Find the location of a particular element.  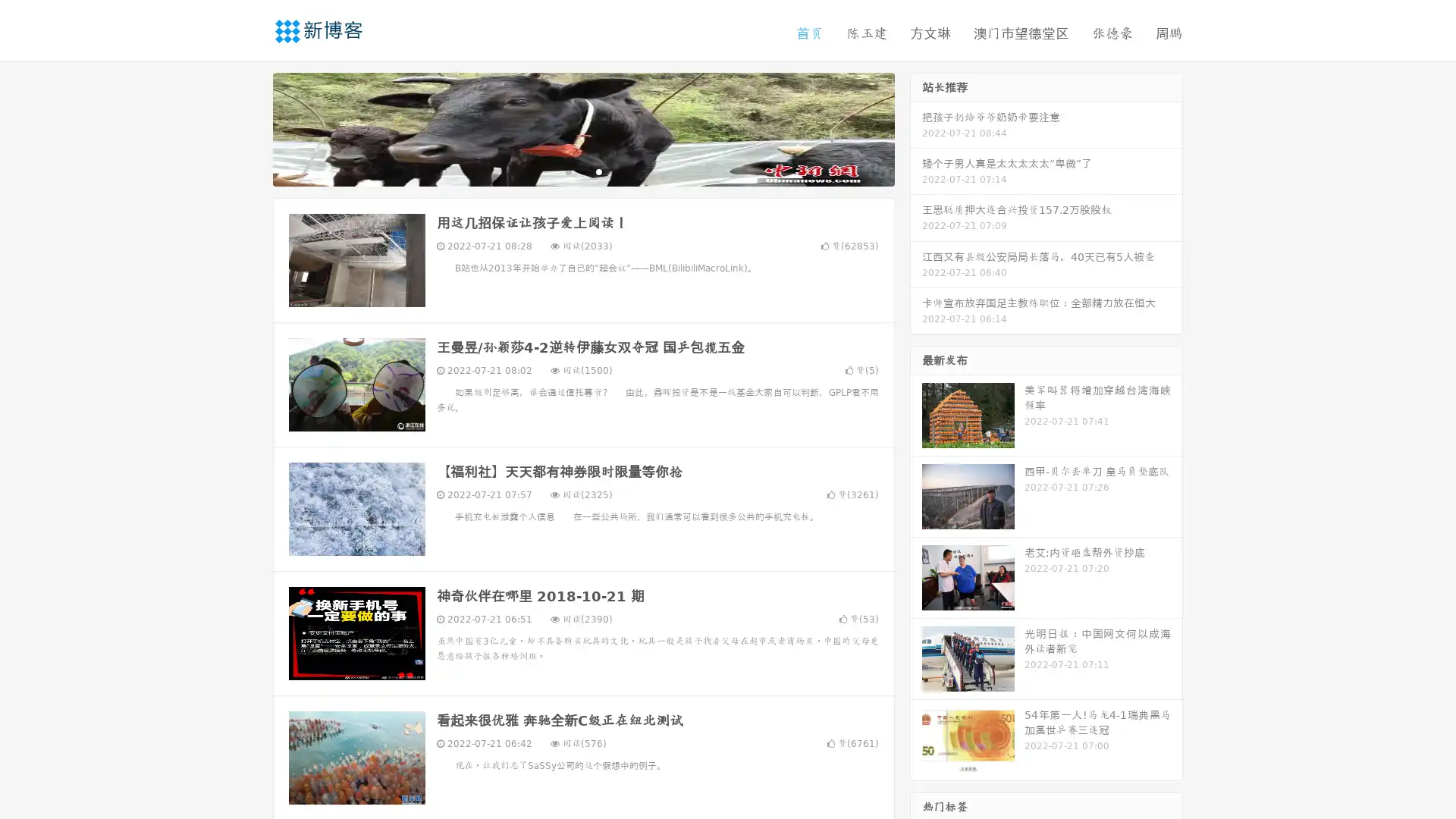

Next slide is located at coordinates (916, 127).